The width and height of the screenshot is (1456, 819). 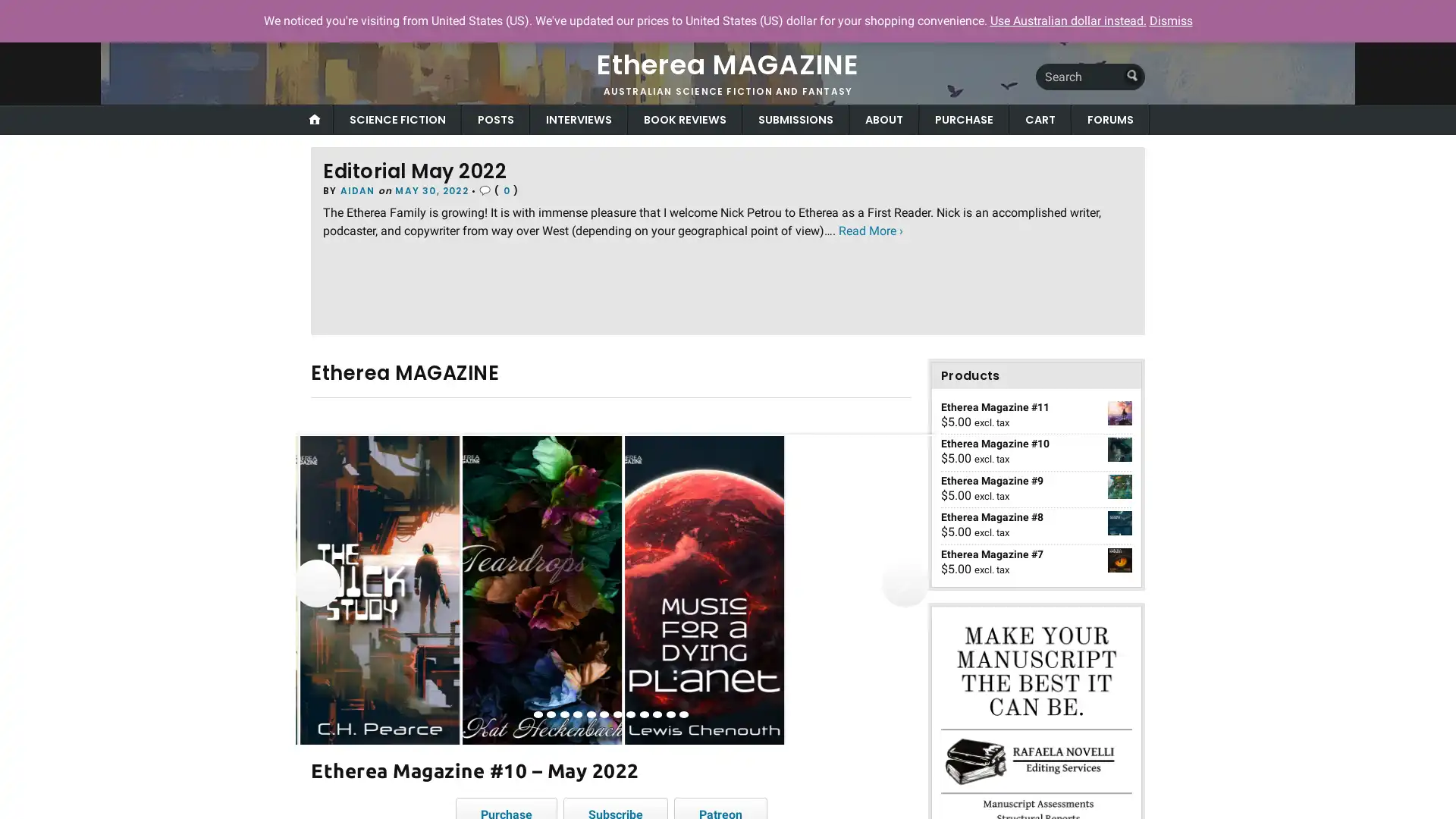 What do you see at coordinates (683, 714) in the screenshot?
I see `view image 12 of 12 in carousel` at bounding box center [683, 714].